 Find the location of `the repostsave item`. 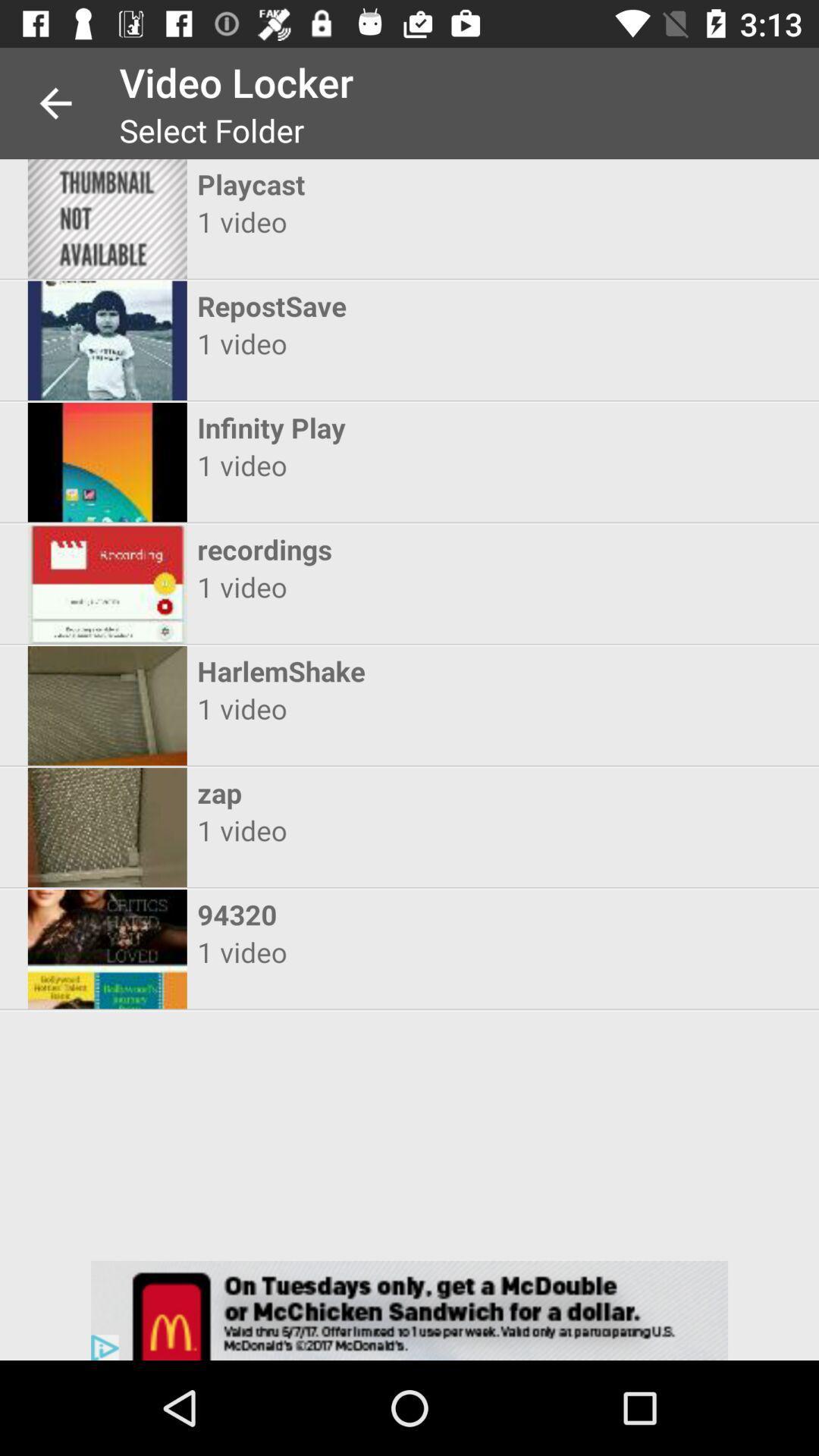

the repostsave item is located at coordinates (395, 305).